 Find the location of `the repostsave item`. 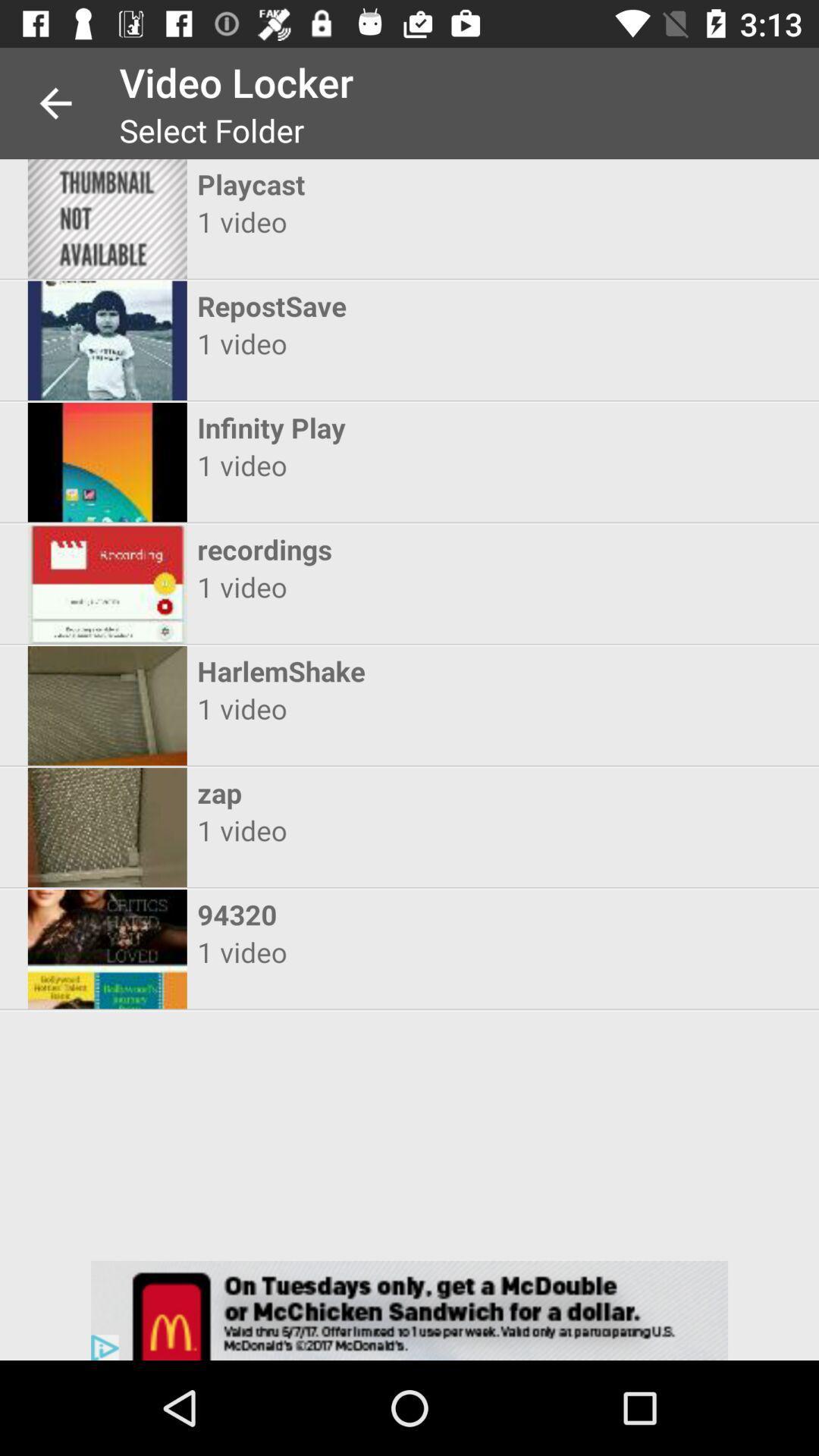

the repostsave item is located at coordinates (395, 305).